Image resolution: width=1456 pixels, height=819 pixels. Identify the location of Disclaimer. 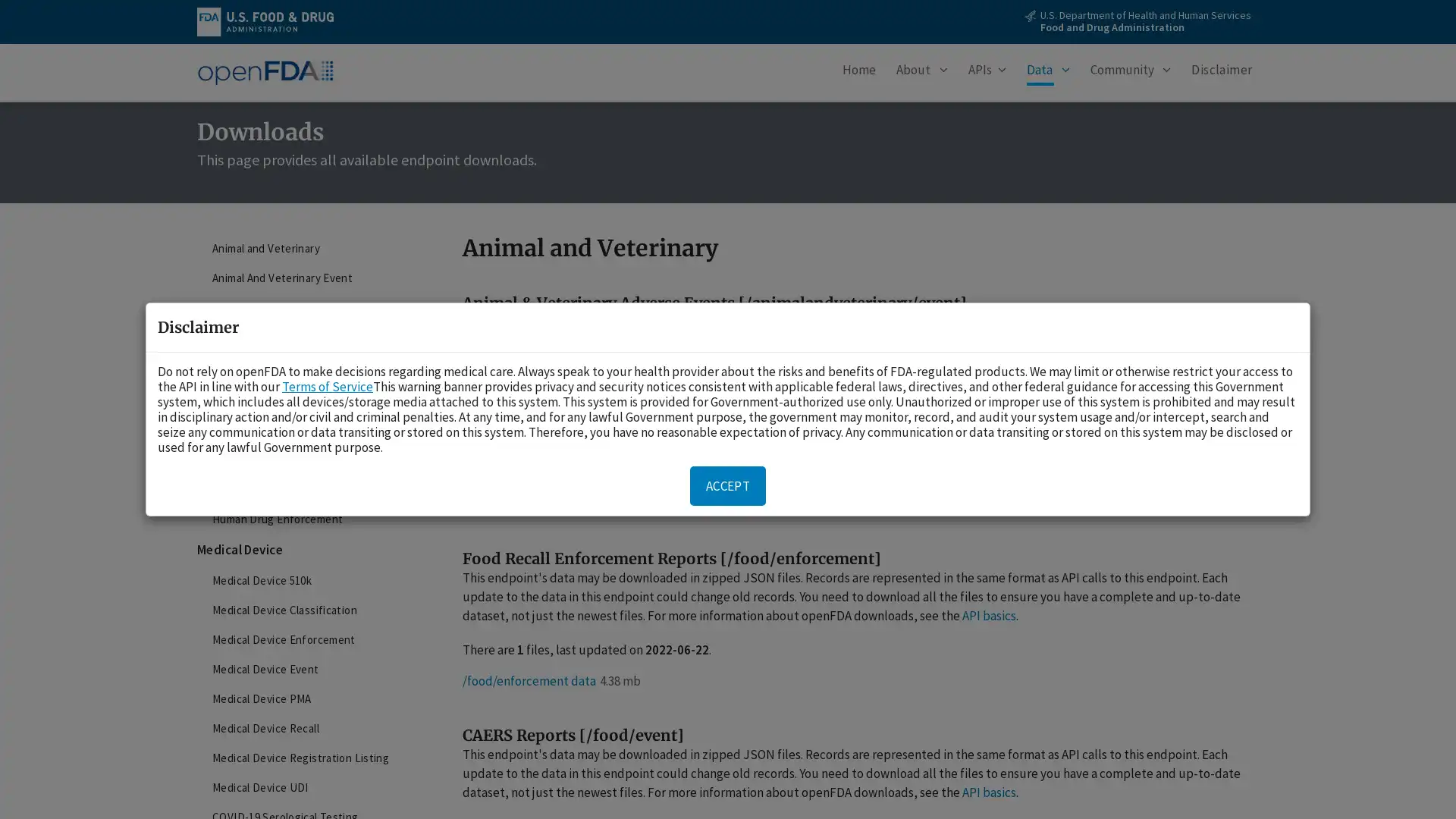
(1222, 73).